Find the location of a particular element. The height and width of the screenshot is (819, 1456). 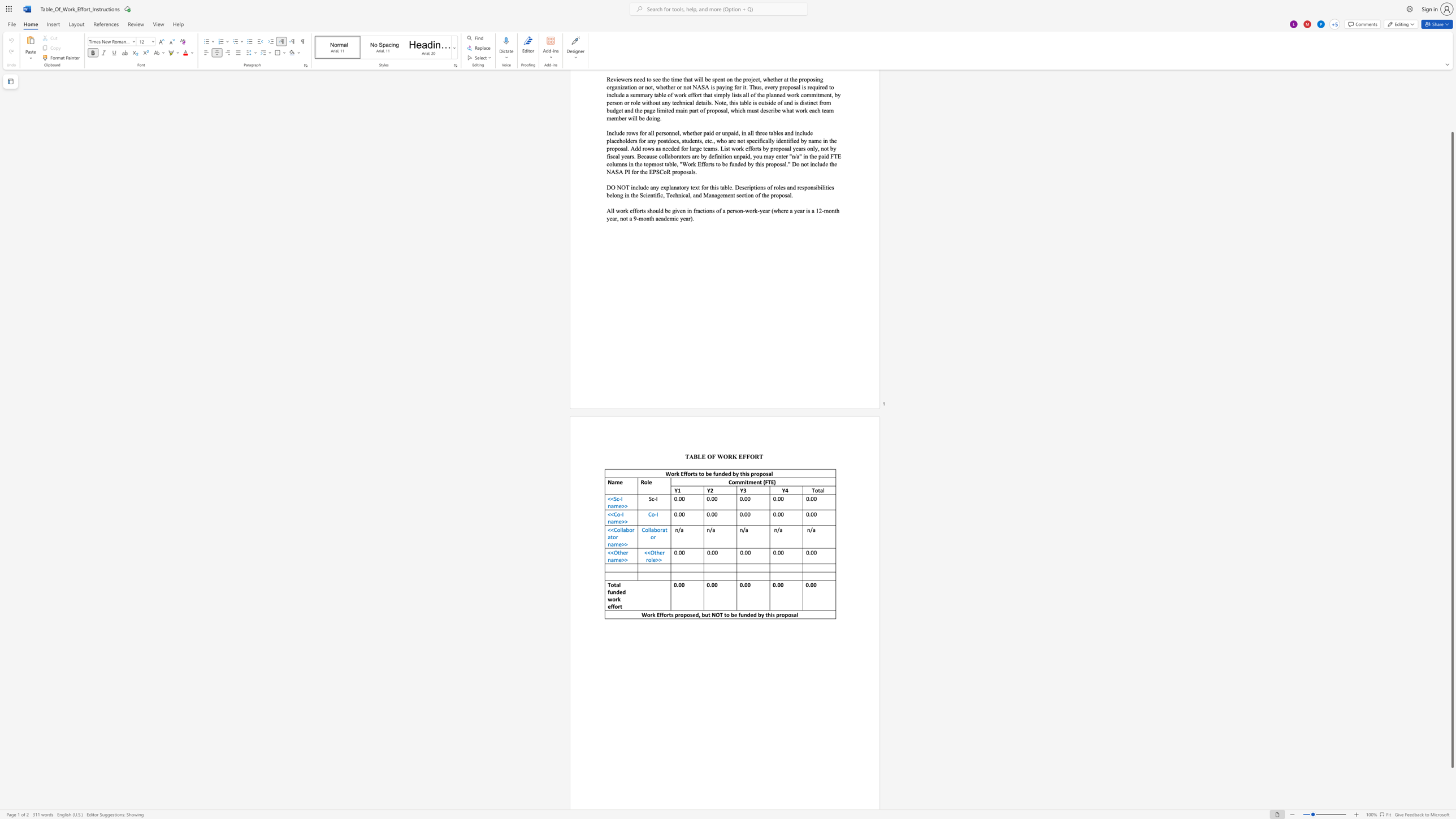

the scrollbar to scroll upward is located at coordinates (1451, 79).